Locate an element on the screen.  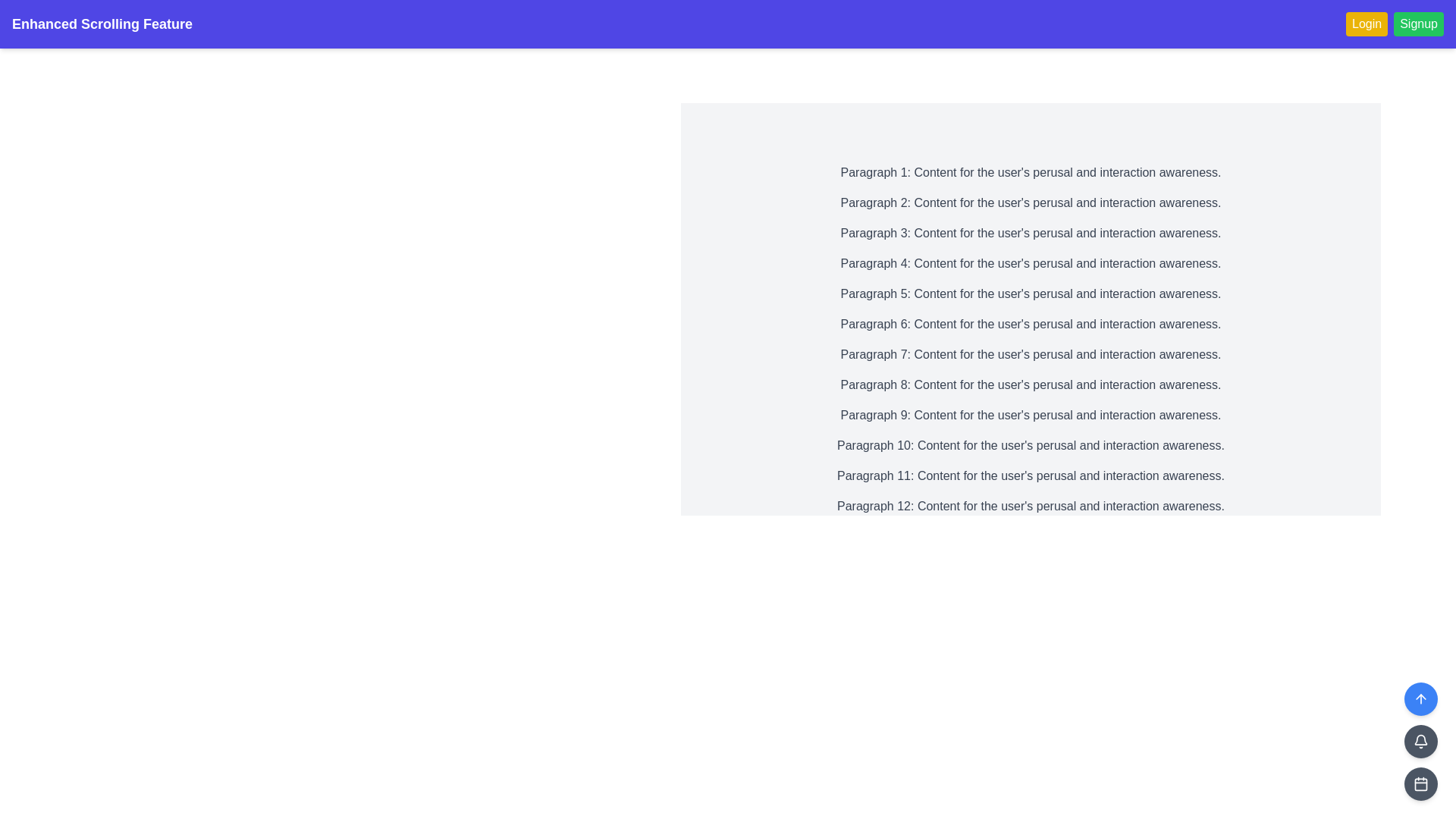
the green 'Signup' button with rounded corners located in the top-right corner of the navigation bar to initiate the signup process is located at coordinates (1418, 24).